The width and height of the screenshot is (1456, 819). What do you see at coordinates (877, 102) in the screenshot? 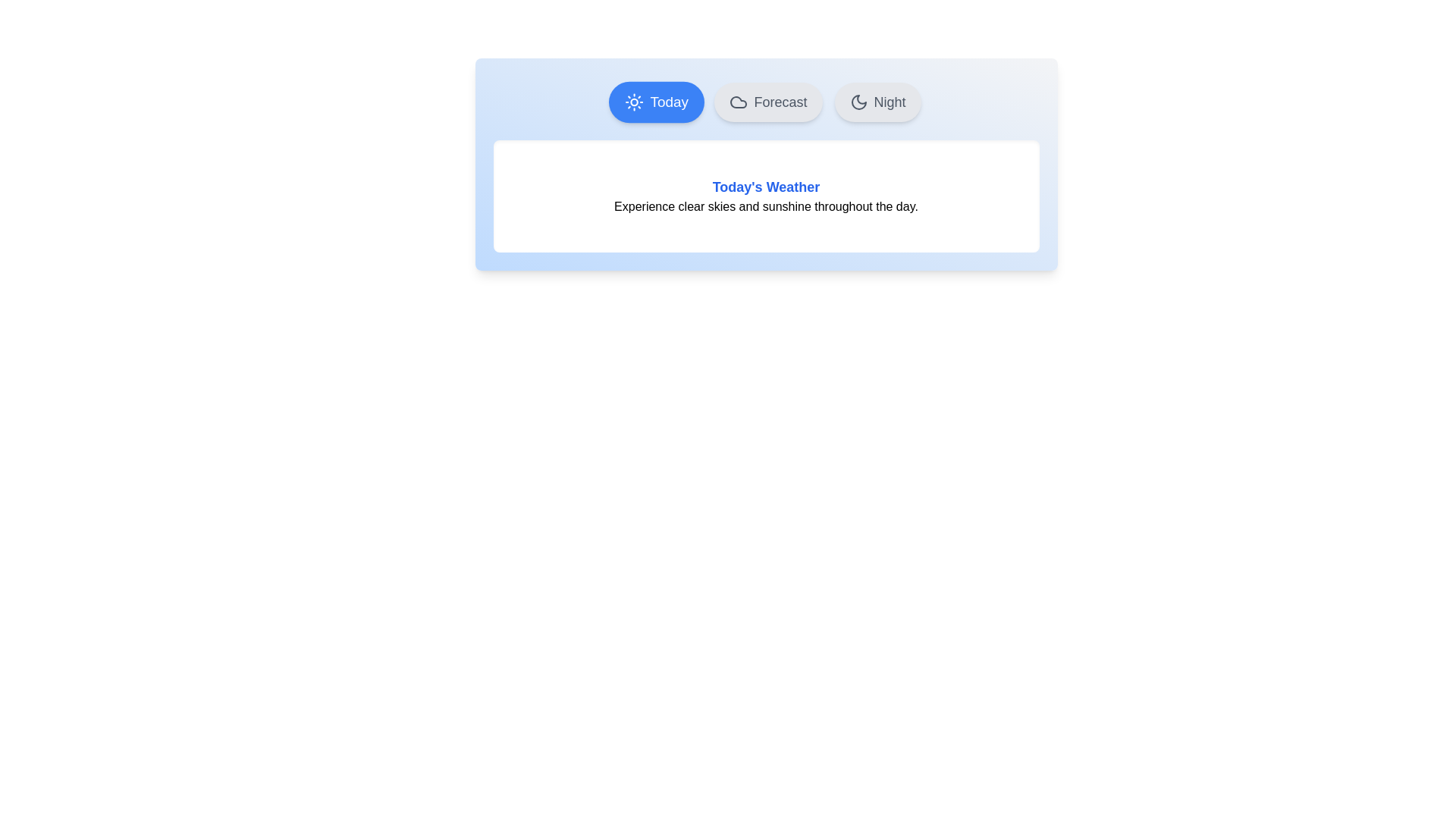
I see `the Night tab to view its content` at bounding box center [877, 102].